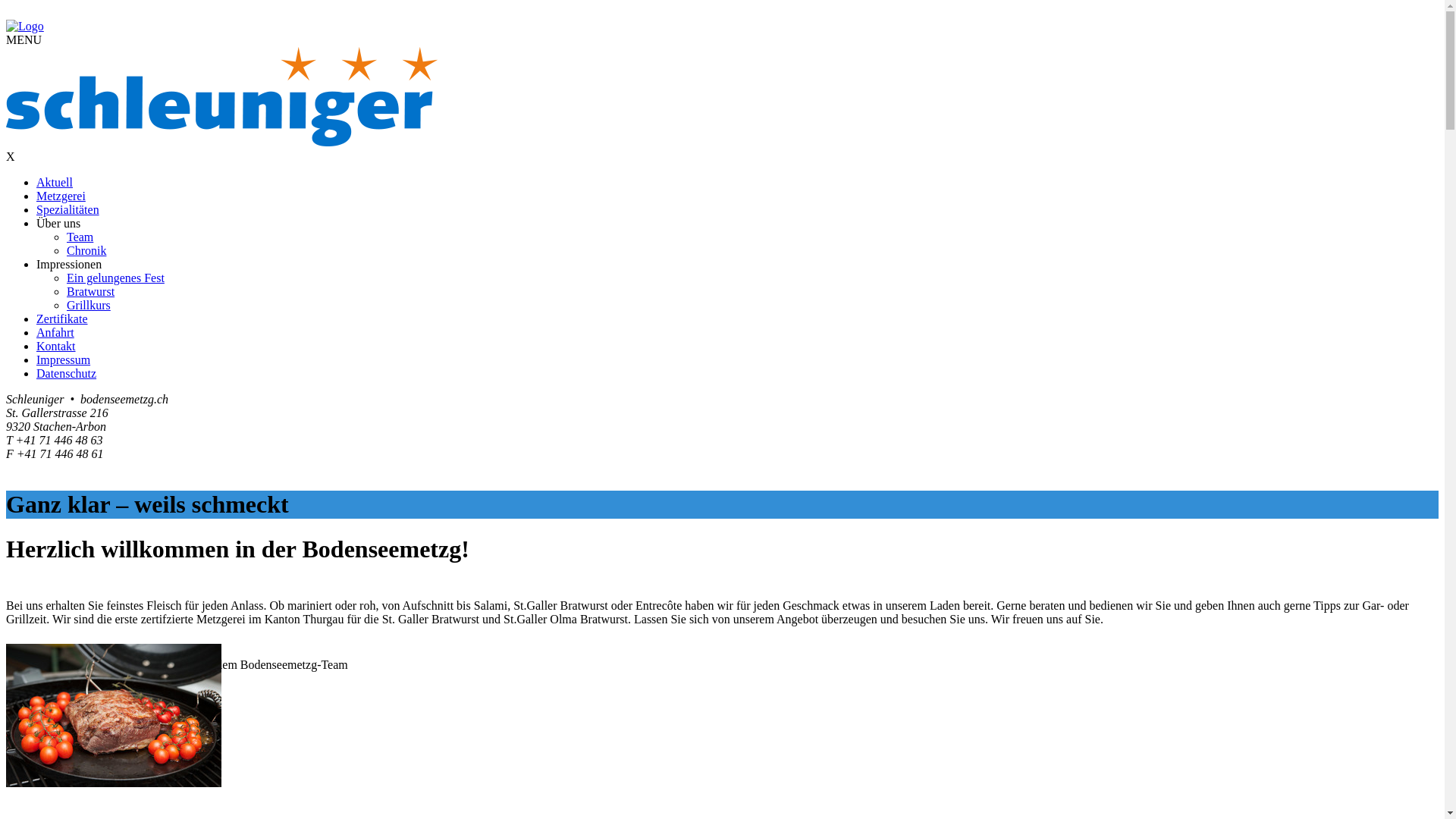 This screenshot has width=1456, height=819. Describe the element at coordinates (87, 305) in the screenshot. I see `'Grillkurs'` at that location.